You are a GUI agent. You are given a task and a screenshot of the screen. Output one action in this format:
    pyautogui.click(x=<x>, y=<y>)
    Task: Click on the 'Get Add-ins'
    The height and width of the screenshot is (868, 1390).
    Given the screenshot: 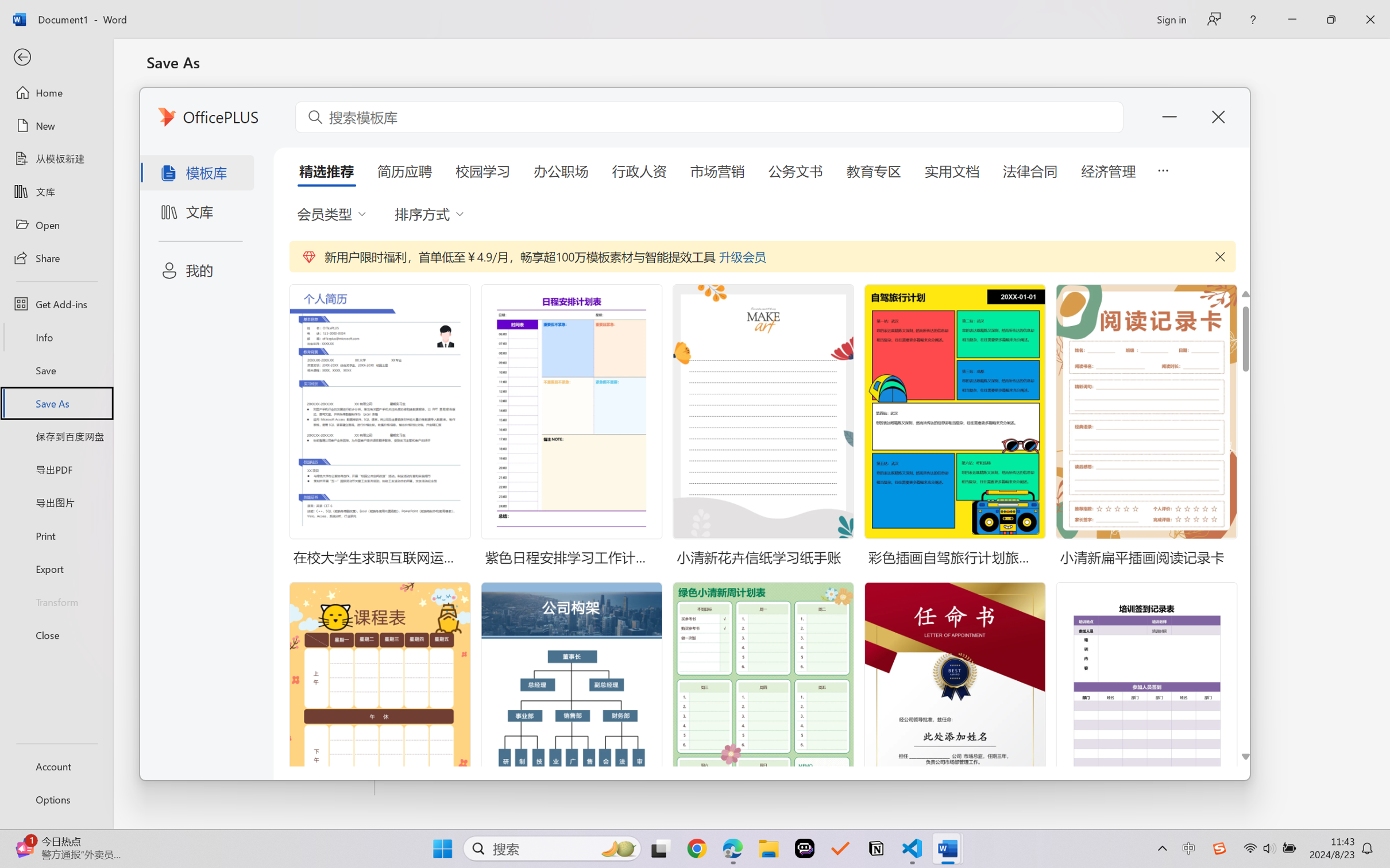 What is the action you would take?
    pyautogui.click(x=56, y=303)
    